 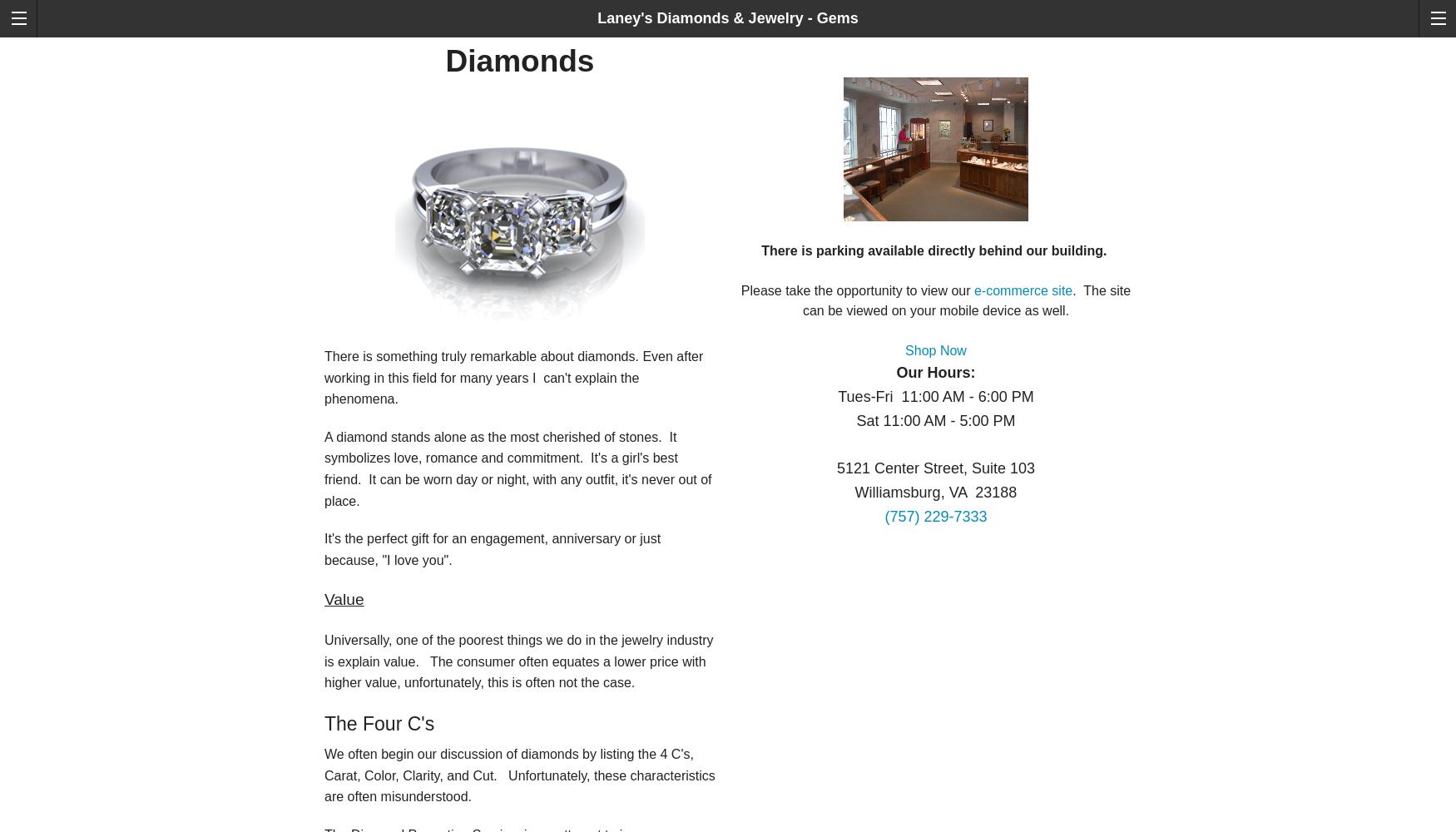 I want to click on 'Williamsburg, VA  23188', so click(x=935, y=491).